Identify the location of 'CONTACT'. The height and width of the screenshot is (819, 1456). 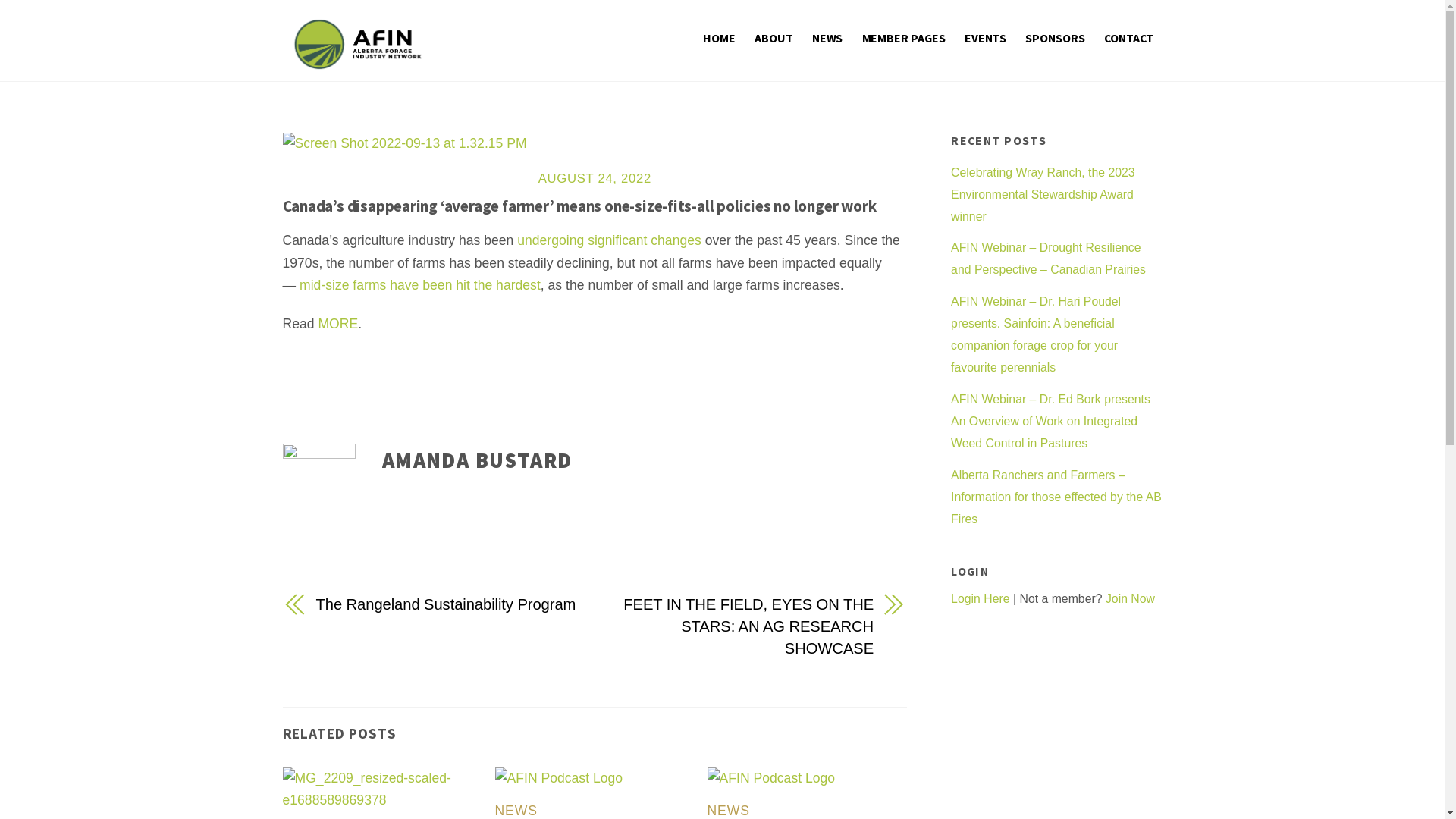
(1128, 36).